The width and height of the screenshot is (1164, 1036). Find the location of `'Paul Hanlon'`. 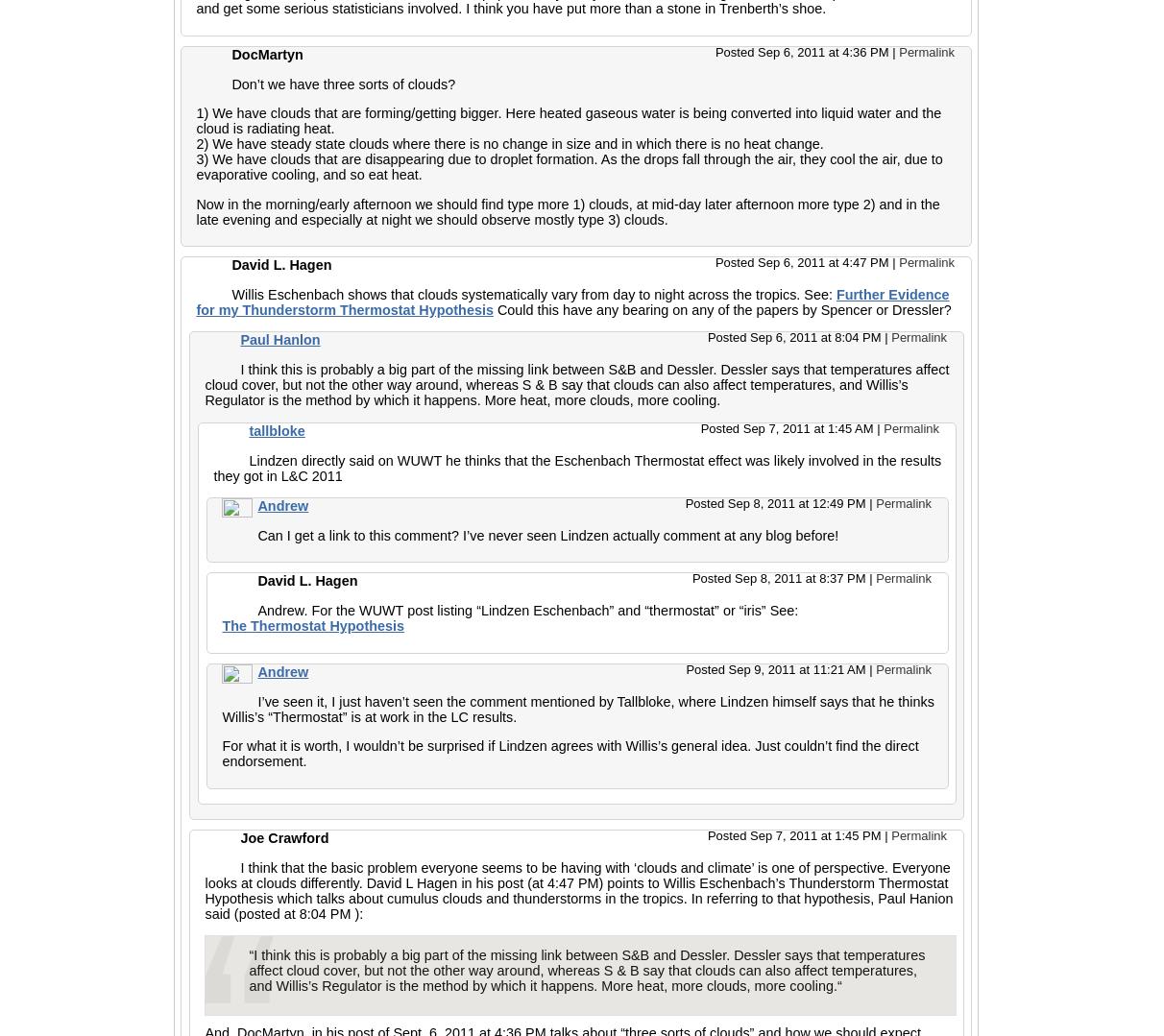

'Paul Hanlon' is located at coordinates (279, 340).